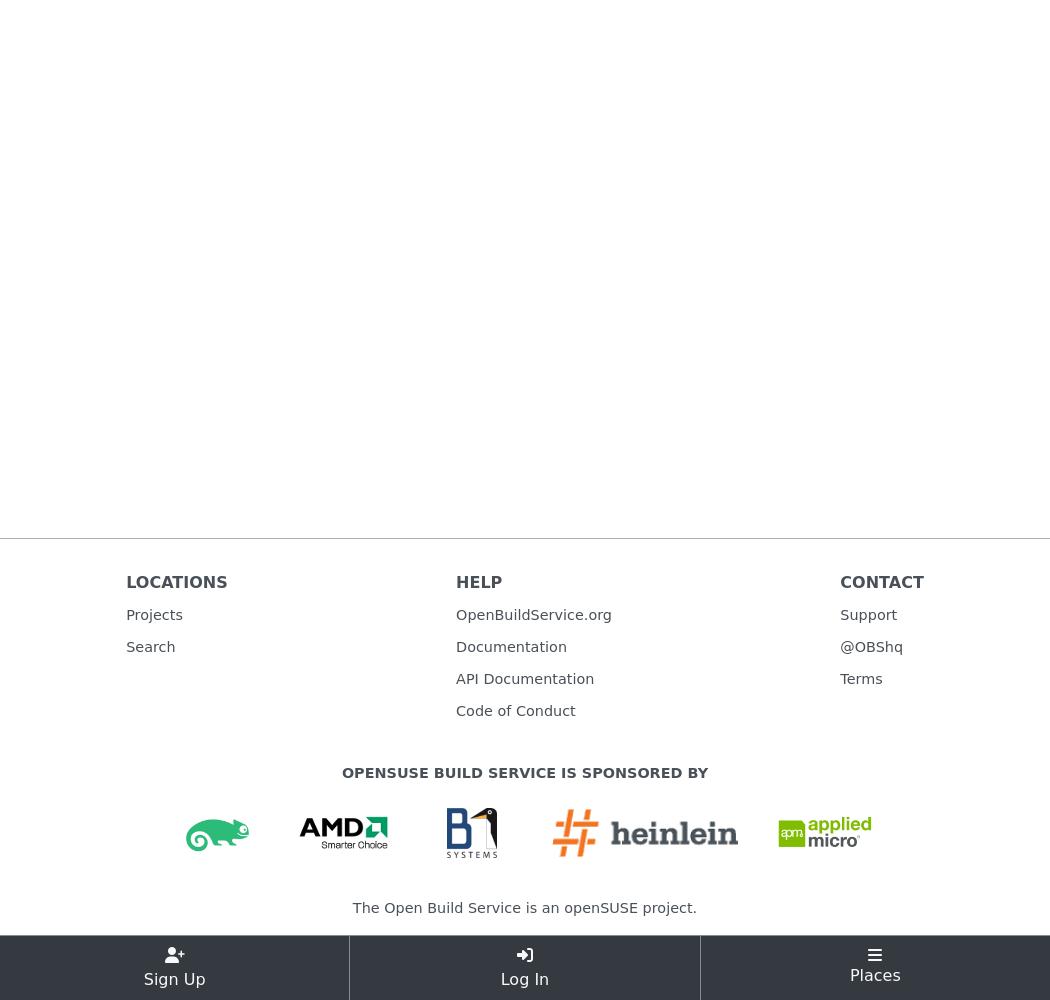 The width and height of the screenshot is (1050, 1000). What do you see at coordinates (173, 978) in the screenshot?
I see `'Sign Up'` at bounding box center [173, 978].